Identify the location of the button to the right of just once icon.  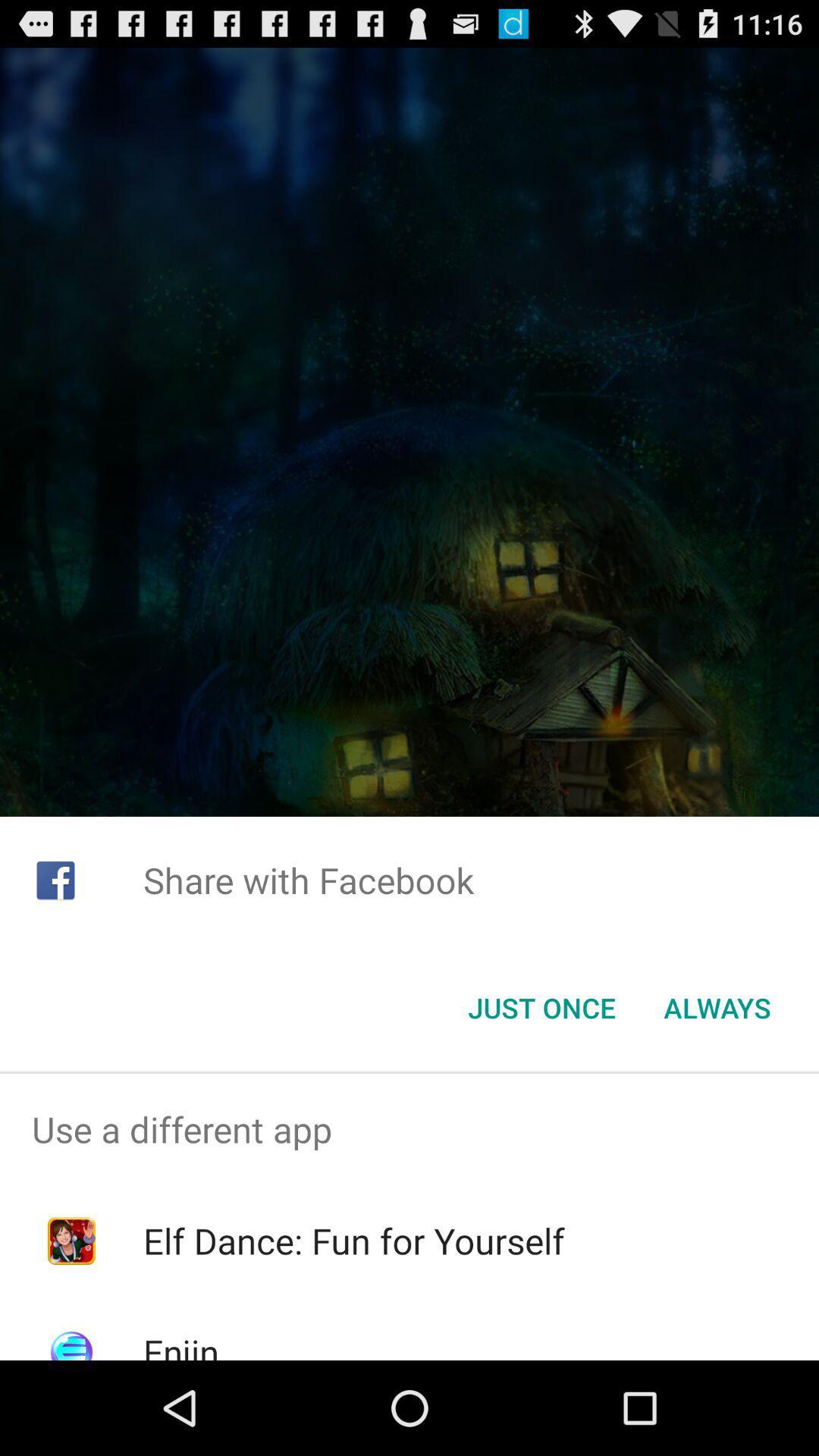
(717, 1008).